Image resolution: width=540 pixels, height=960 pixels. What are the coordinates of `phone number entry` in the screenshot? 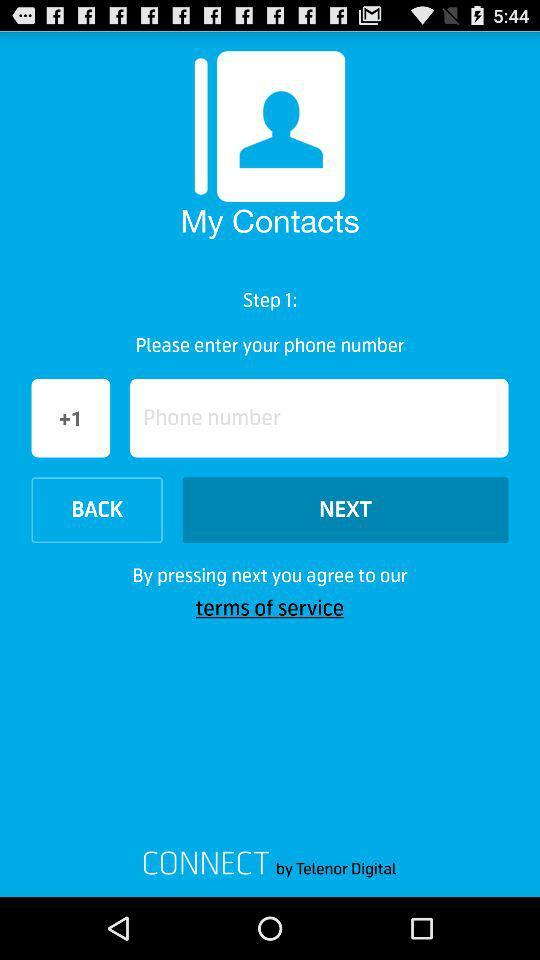 It's located at (319, 417).